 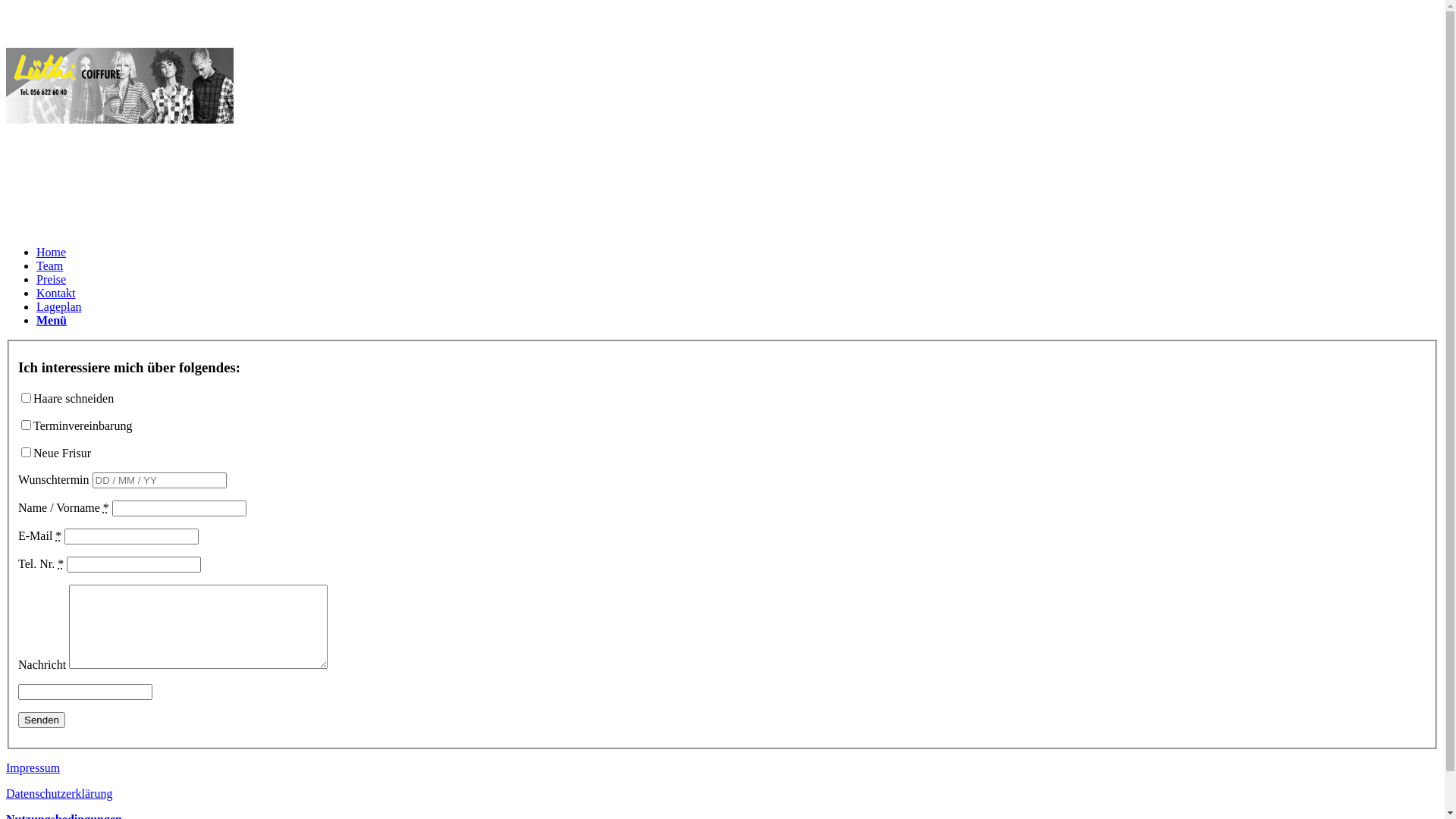 I want to click on 'Kontakt', so click(x=55, y=293).